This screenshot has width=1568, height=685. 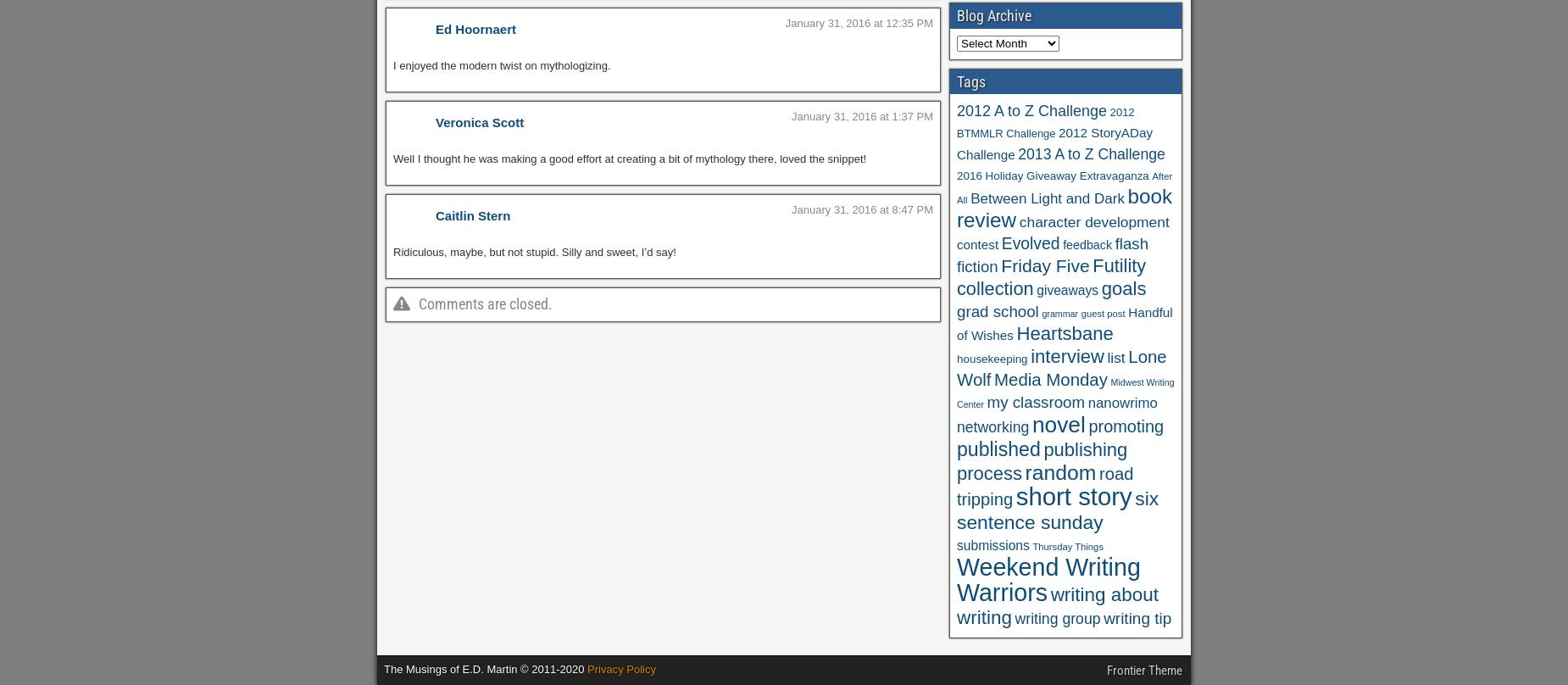 I want to click on 'promoting', so click(x=1087, y=426).